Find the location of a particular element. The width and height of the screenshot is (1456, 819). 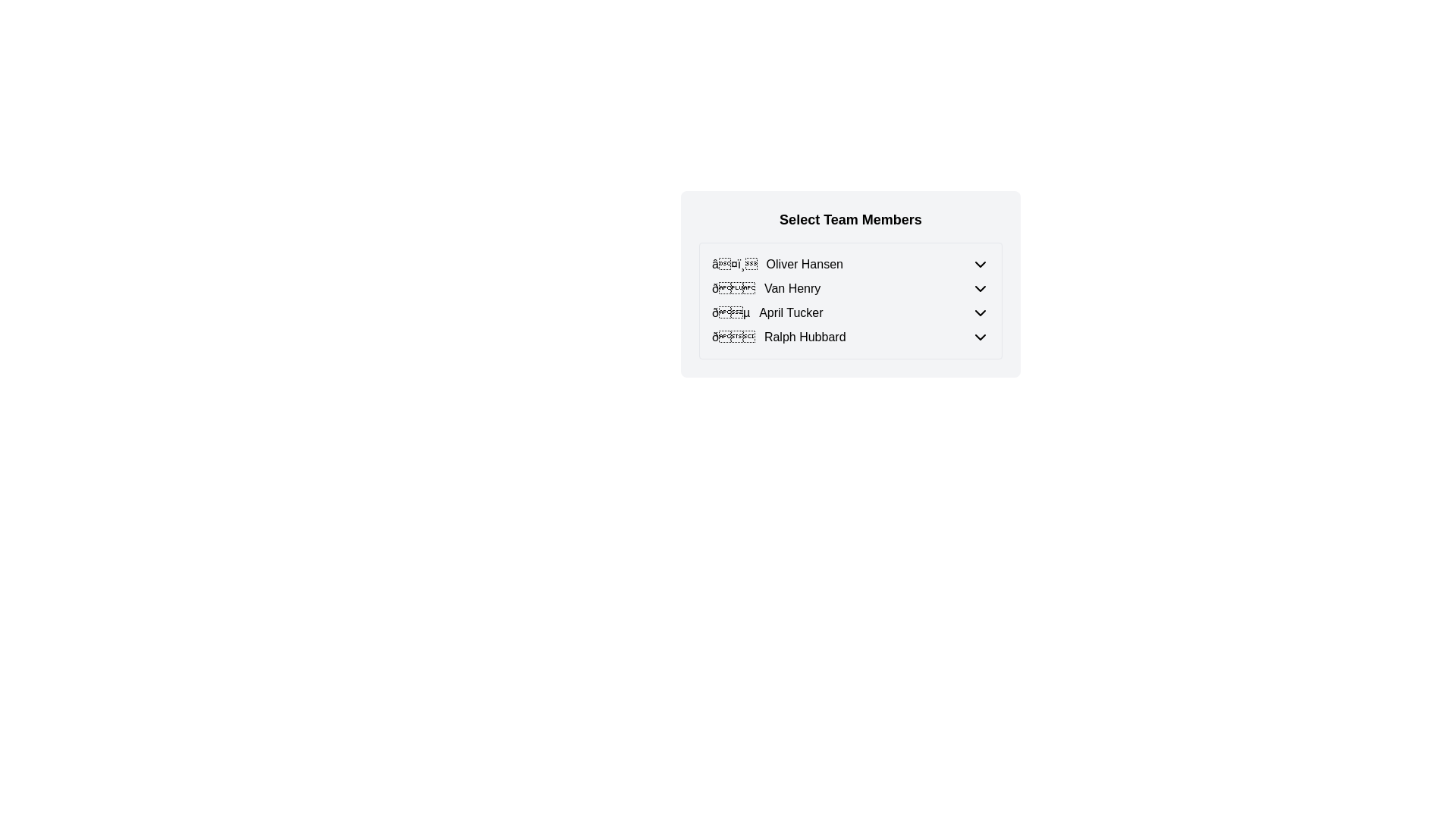

the static icon located to the left of the name 'Van Henry' in the list item is located at coordinates (733, 289).